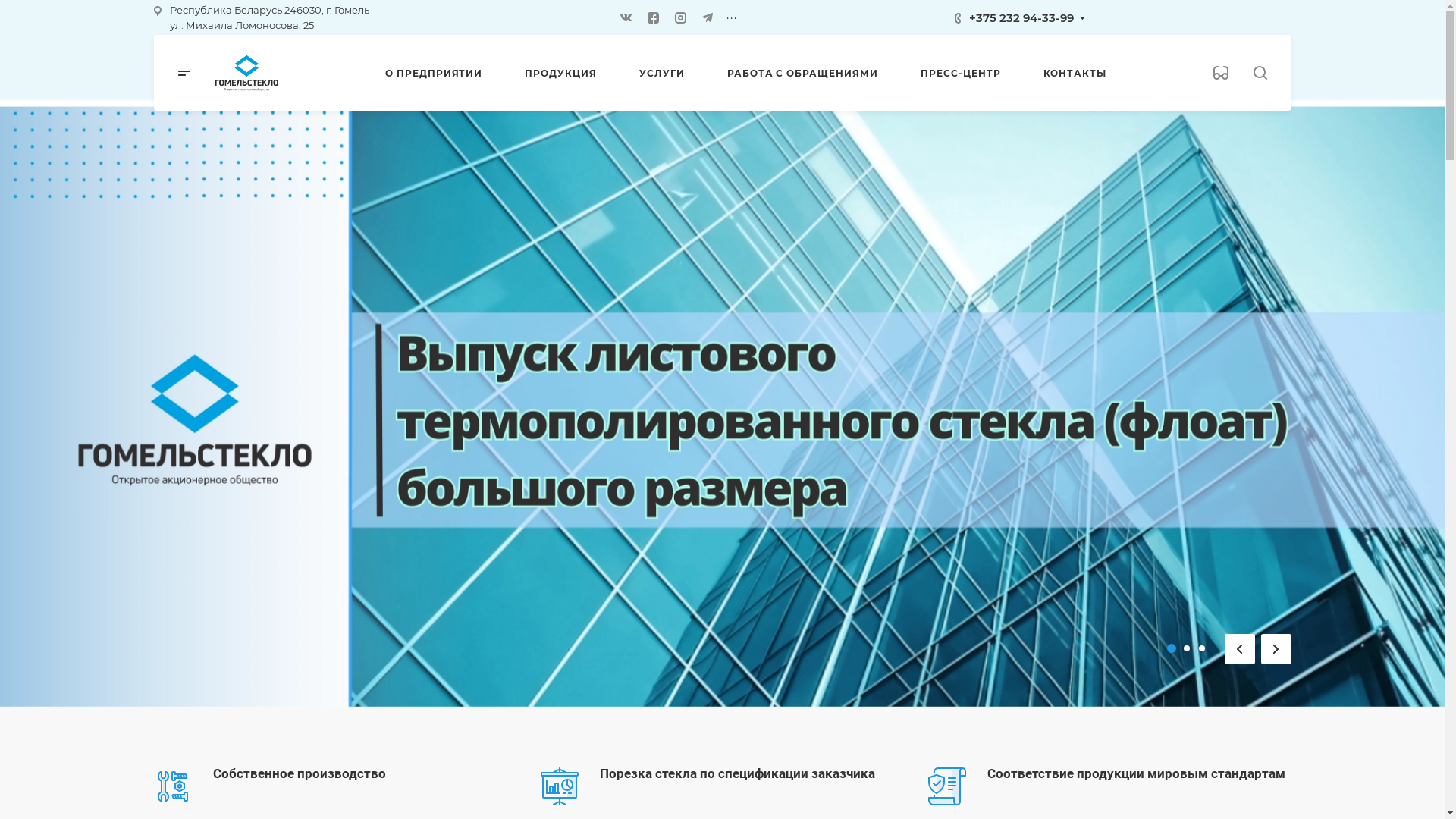 The image size is (1456, 819). What do you see at coordinates (698, 17) in the screenshot?
I see `'Telegram'` at bounding box center [698, 17].